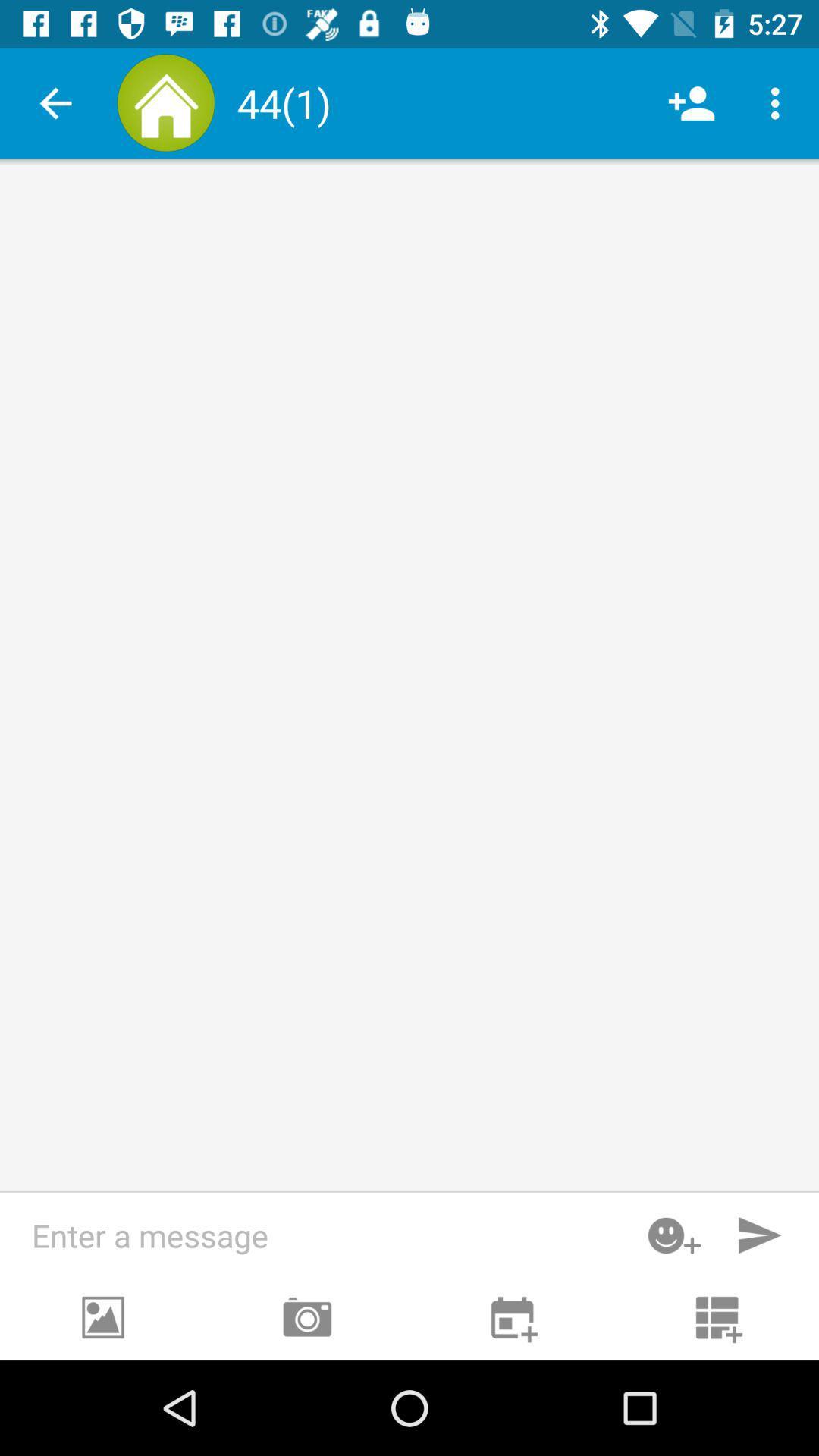 The width and height of the screenshot is (819, 1456). I want to click on the icon next to the (1) item, so click(691, 102).